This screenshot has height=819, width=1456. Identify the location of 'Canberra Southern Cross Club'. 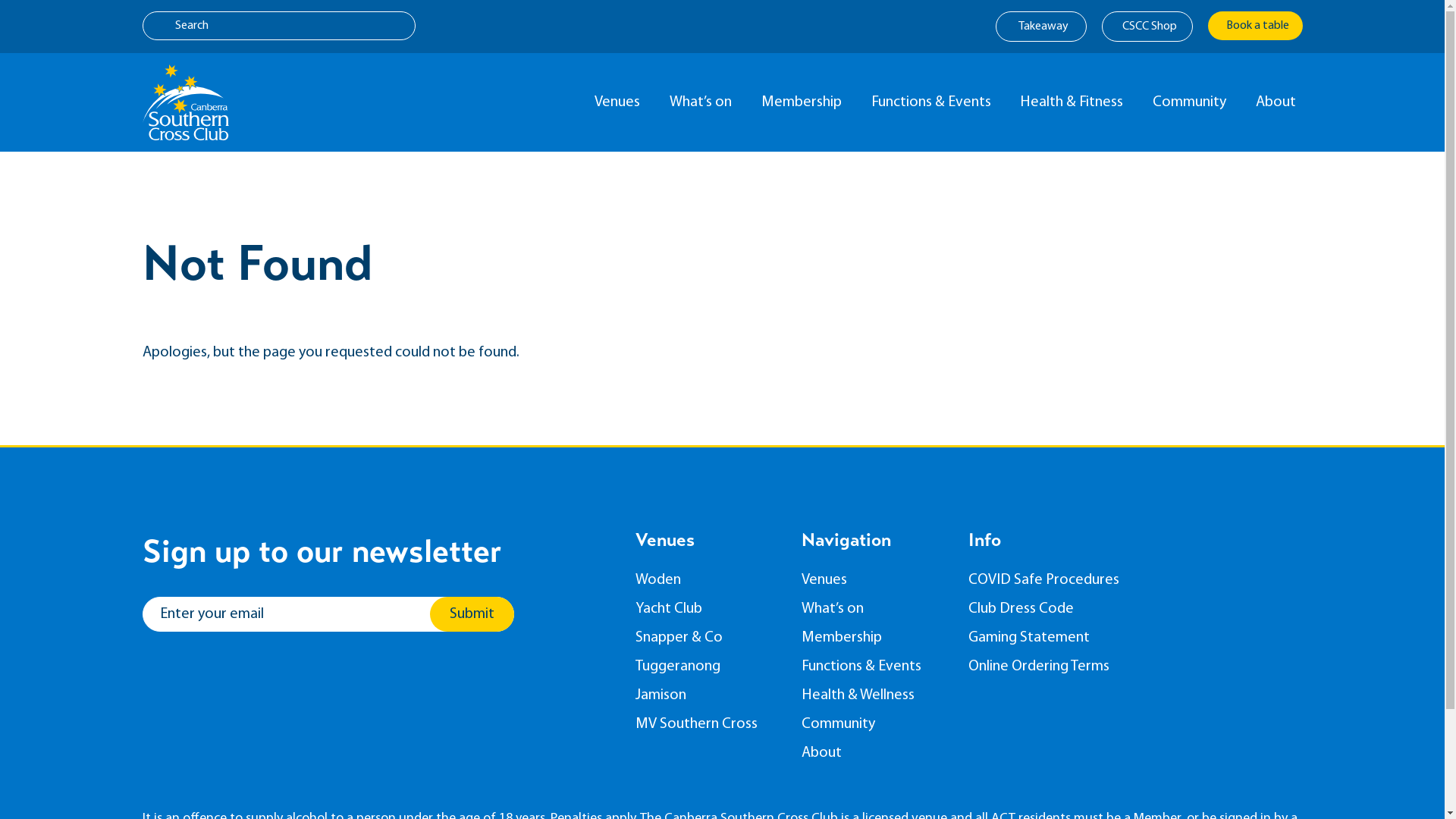
(184, 102).